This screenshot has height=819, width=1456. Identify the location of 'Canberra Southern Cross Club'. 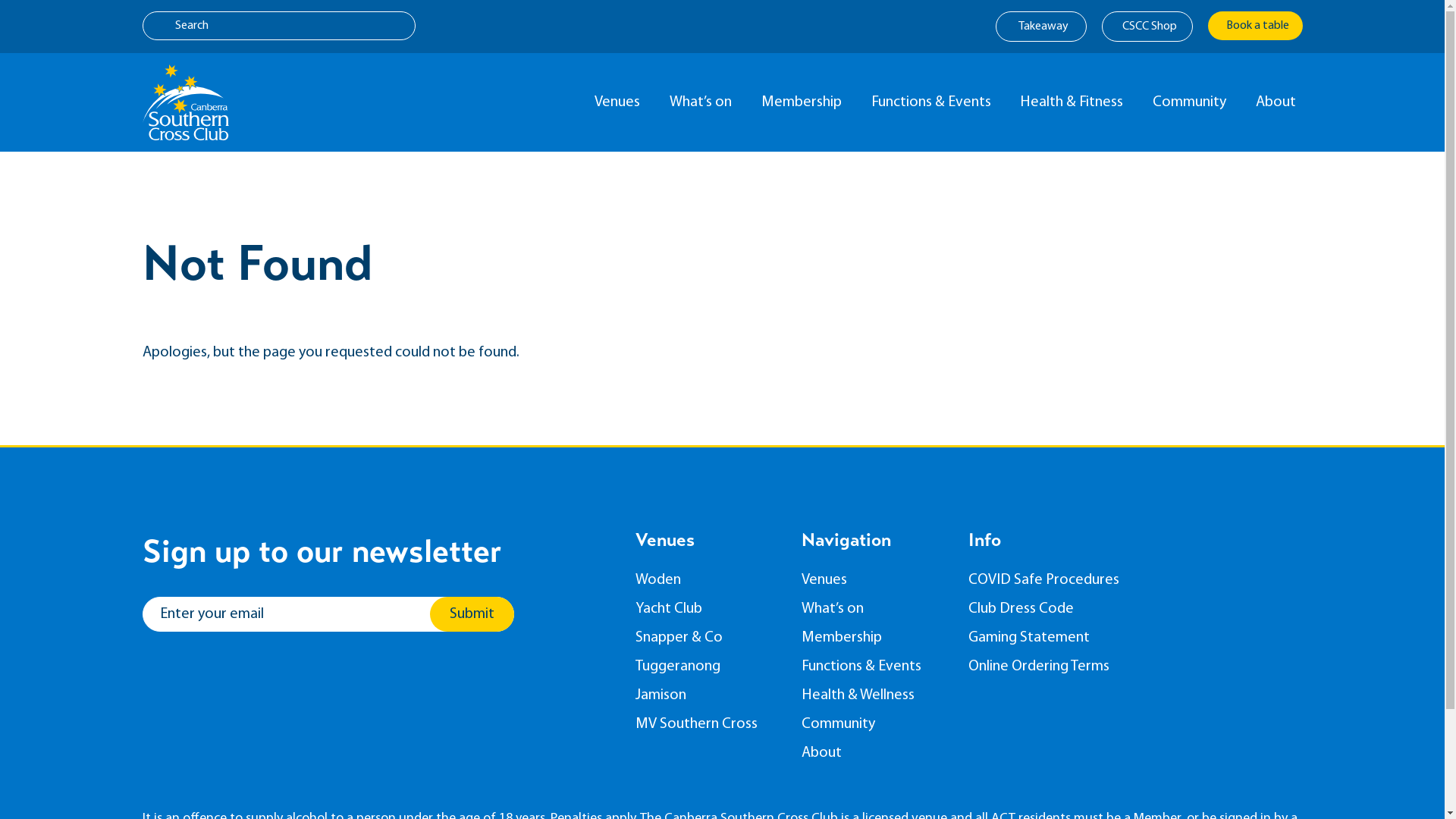
(184, 102).